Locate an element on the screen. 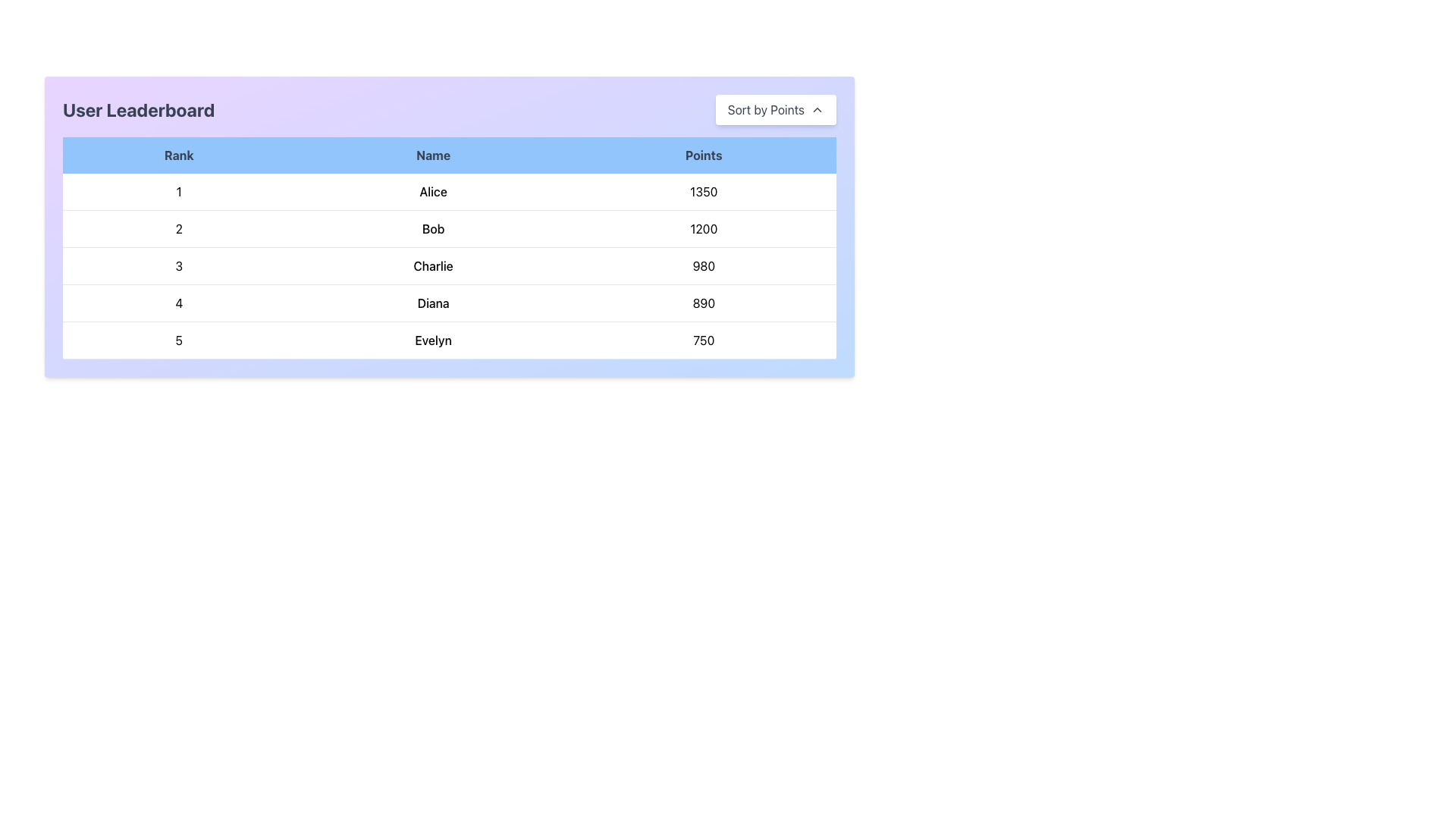 This screenshot has width=1456, height=819. the name 'Diana' in the fourth row of the user rankings table, which is styled with a bold font and highlighted on hover is located at coordinates (449, 303).